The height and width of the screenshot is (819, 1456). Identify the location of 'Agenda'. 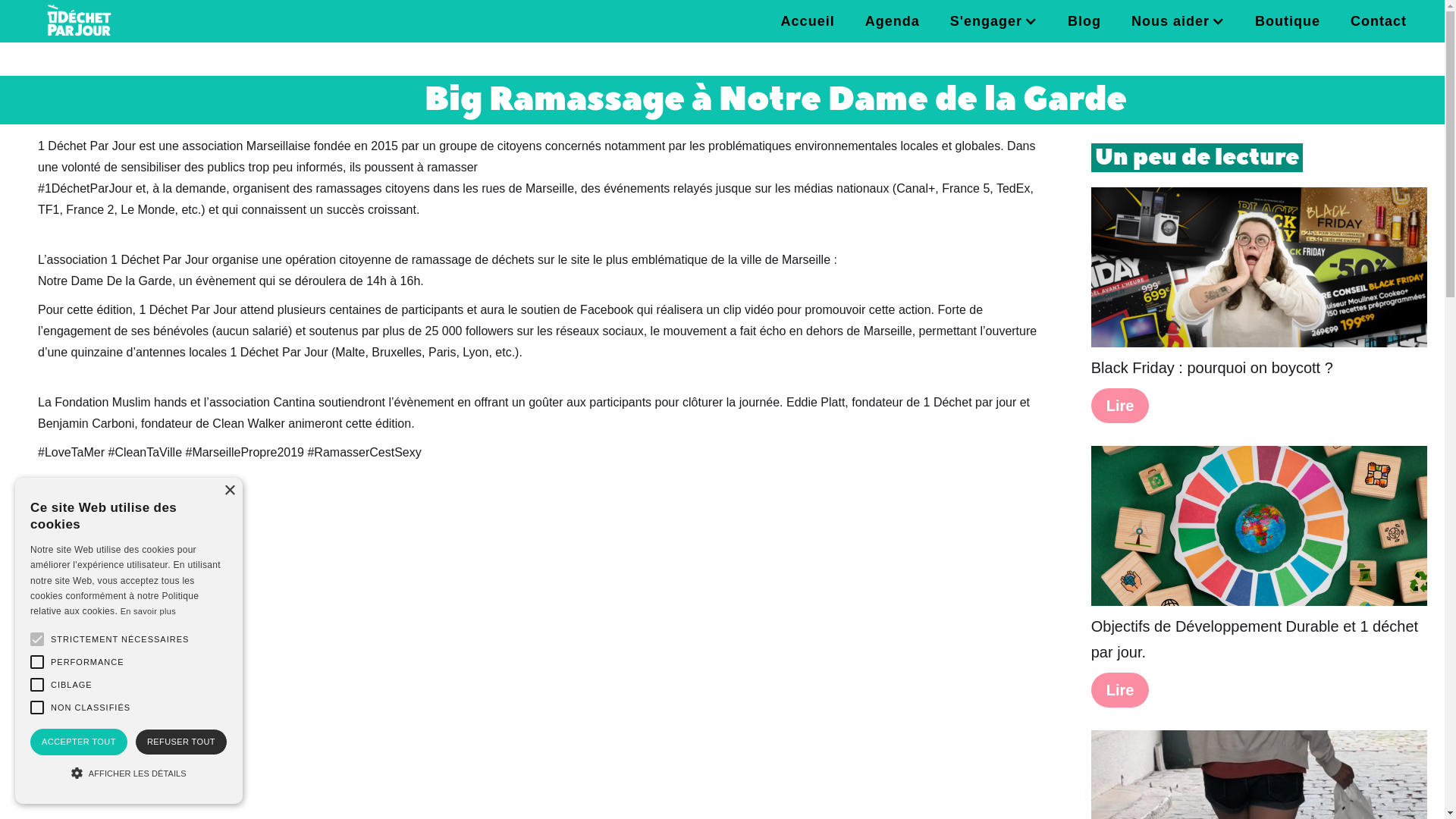
(892, 20).